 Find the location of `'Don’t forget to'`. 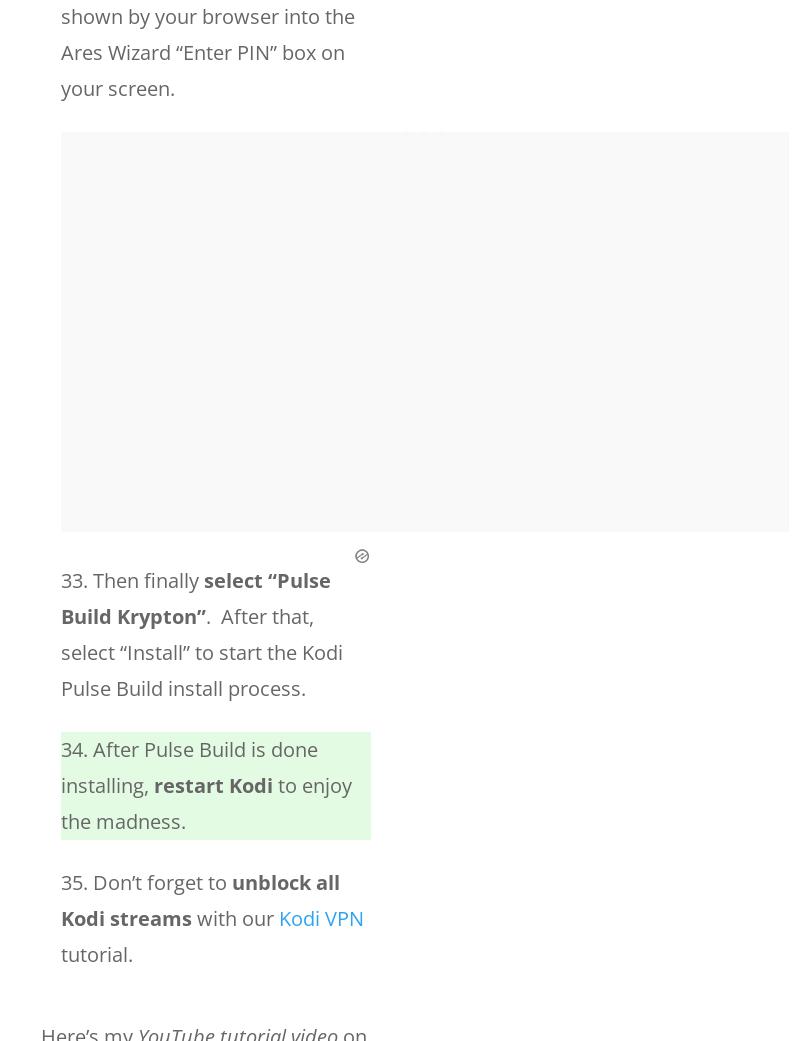

'Don’t forget to' is located at coordinates (161, 881).